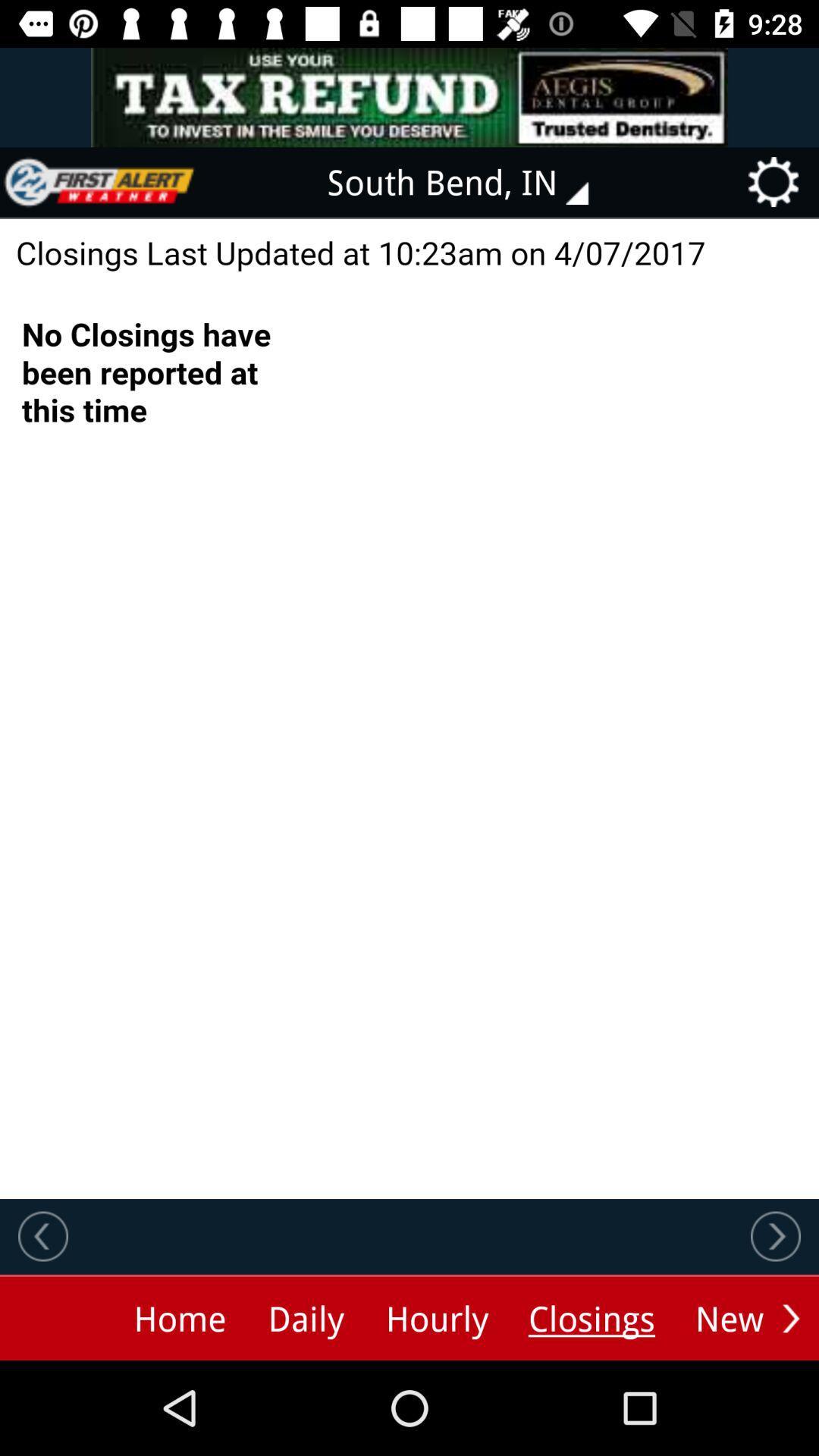  What do you see at coordinates (790, 1317) in the screenshot?
I see `next` at bounding box center [790, 1317].